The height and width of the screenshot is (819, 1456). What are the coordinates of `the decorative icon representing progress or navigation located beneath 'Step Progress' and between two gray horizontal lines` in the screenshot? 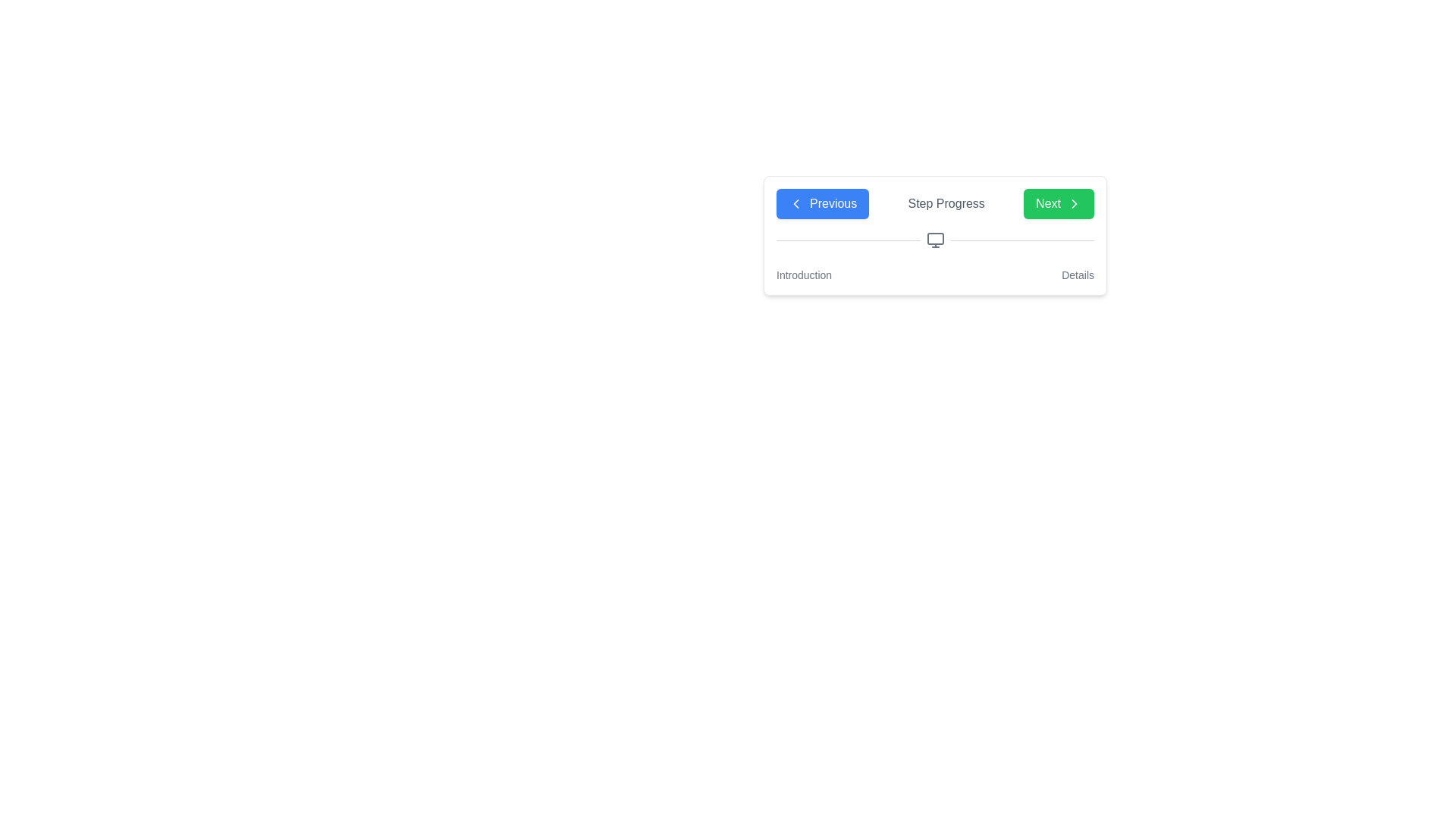 It's located at (934, 239).